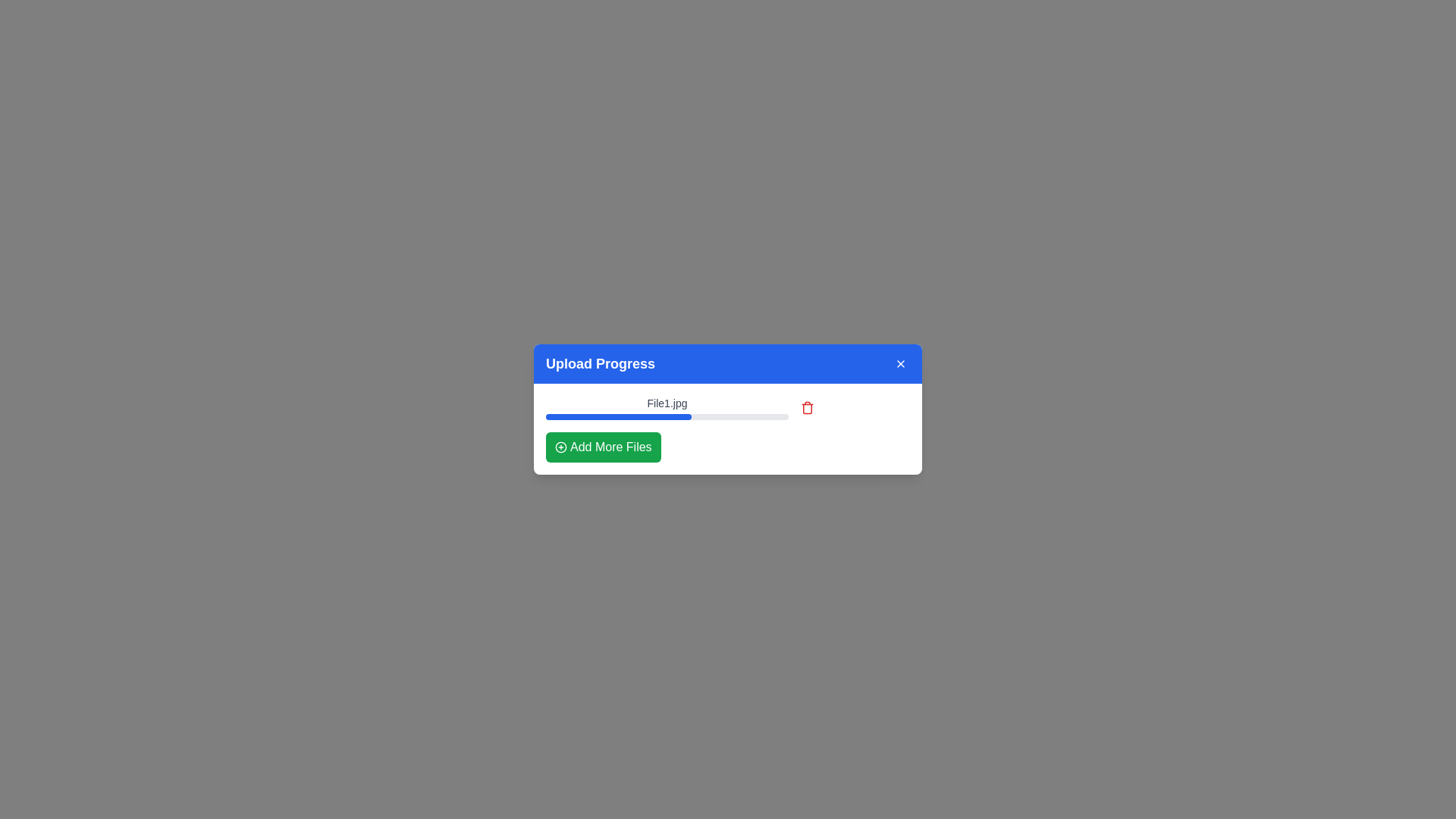 The width and height of the screenshot is (1456, 819). What do you see at coordinates (667, 403) in the screenshot?
I see `the text label displaying the name of the file currently being uploaded` at bounding box center [667, 403].